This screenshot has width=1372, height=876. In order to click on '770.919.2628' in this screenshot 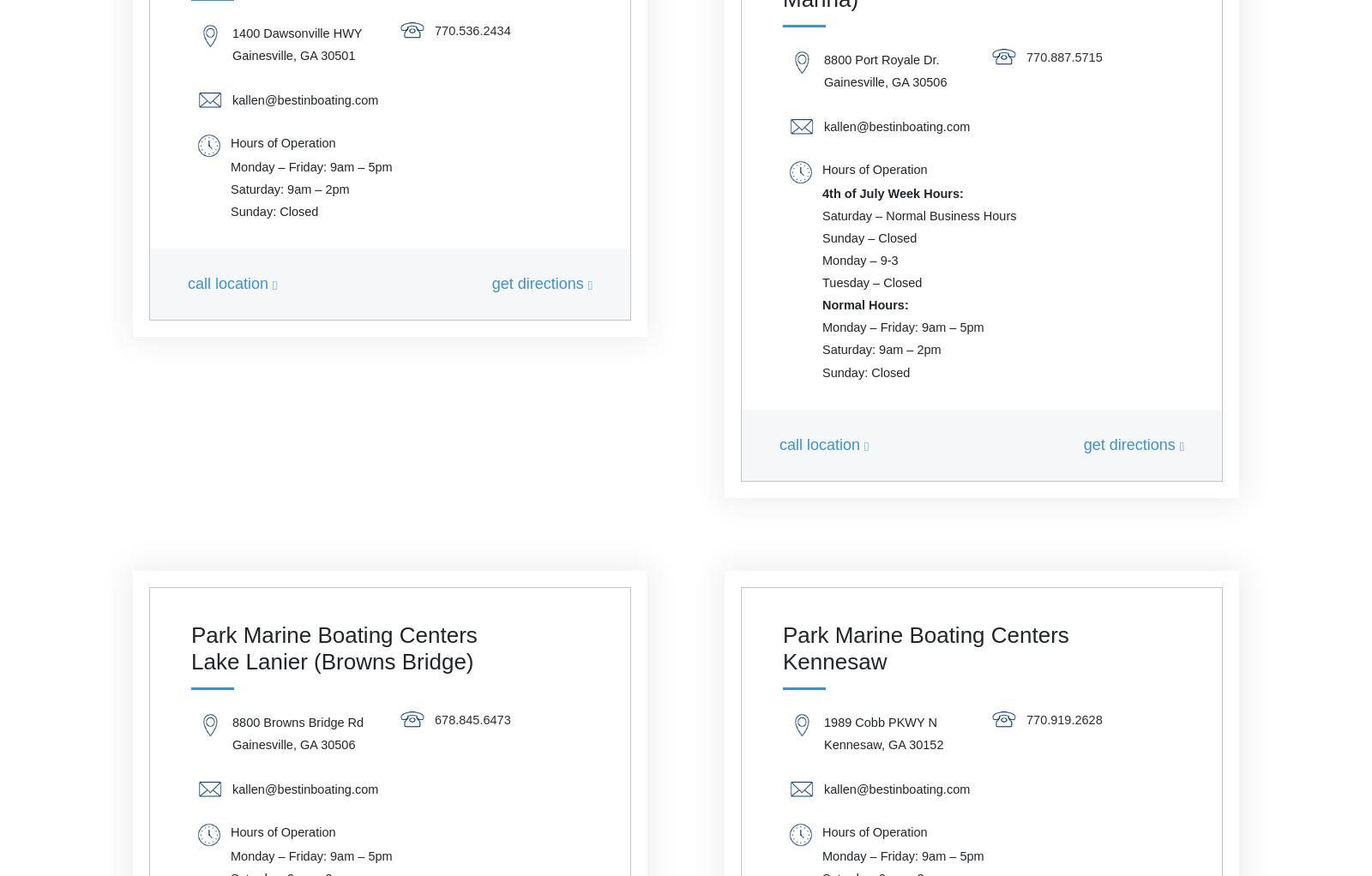, I will do `click(1062, 718)`.